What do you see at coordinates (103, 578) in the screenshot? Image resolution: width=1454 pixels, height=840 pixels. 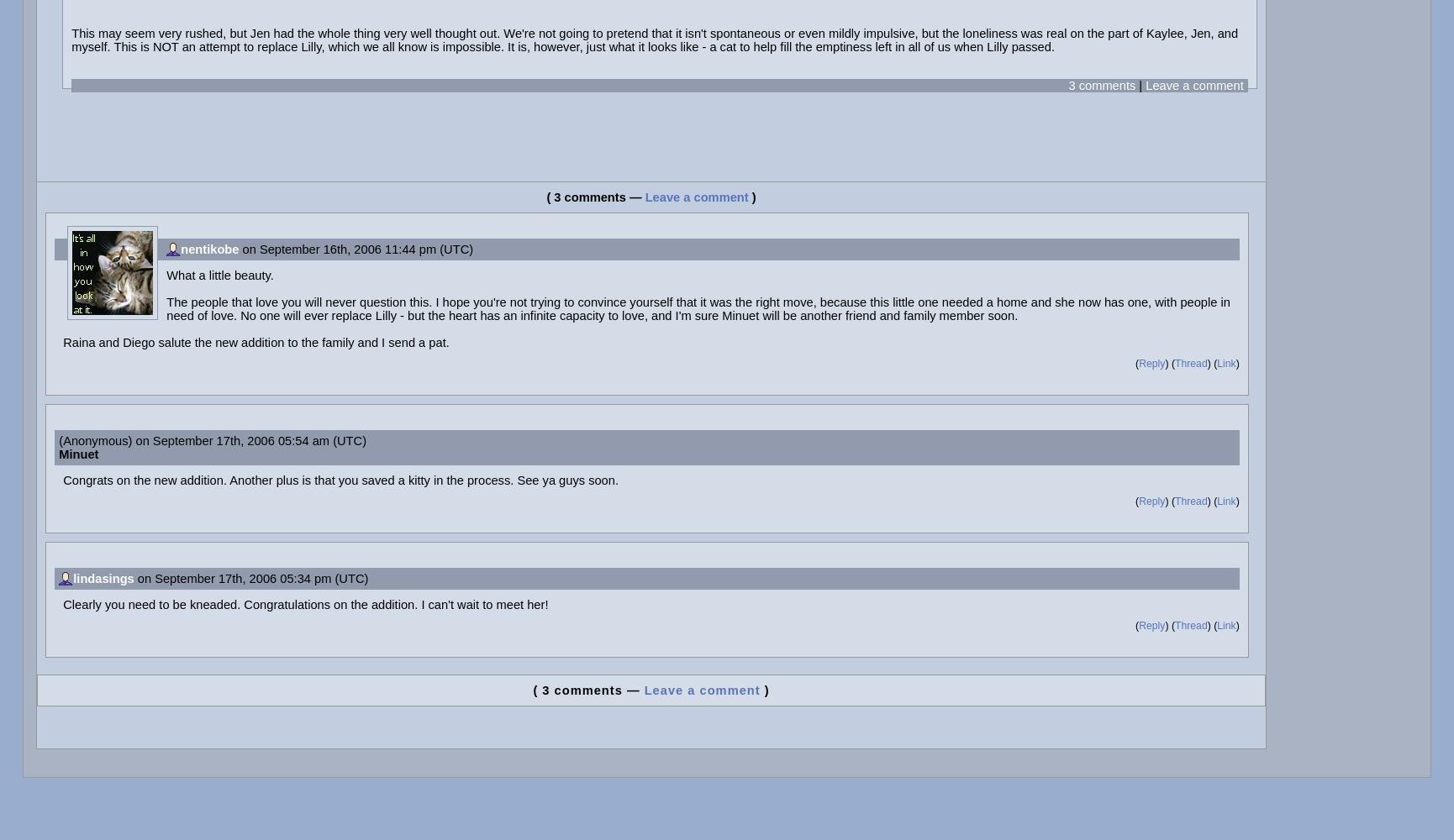 I see `'lindasings'` at bounding box center [103, 578].